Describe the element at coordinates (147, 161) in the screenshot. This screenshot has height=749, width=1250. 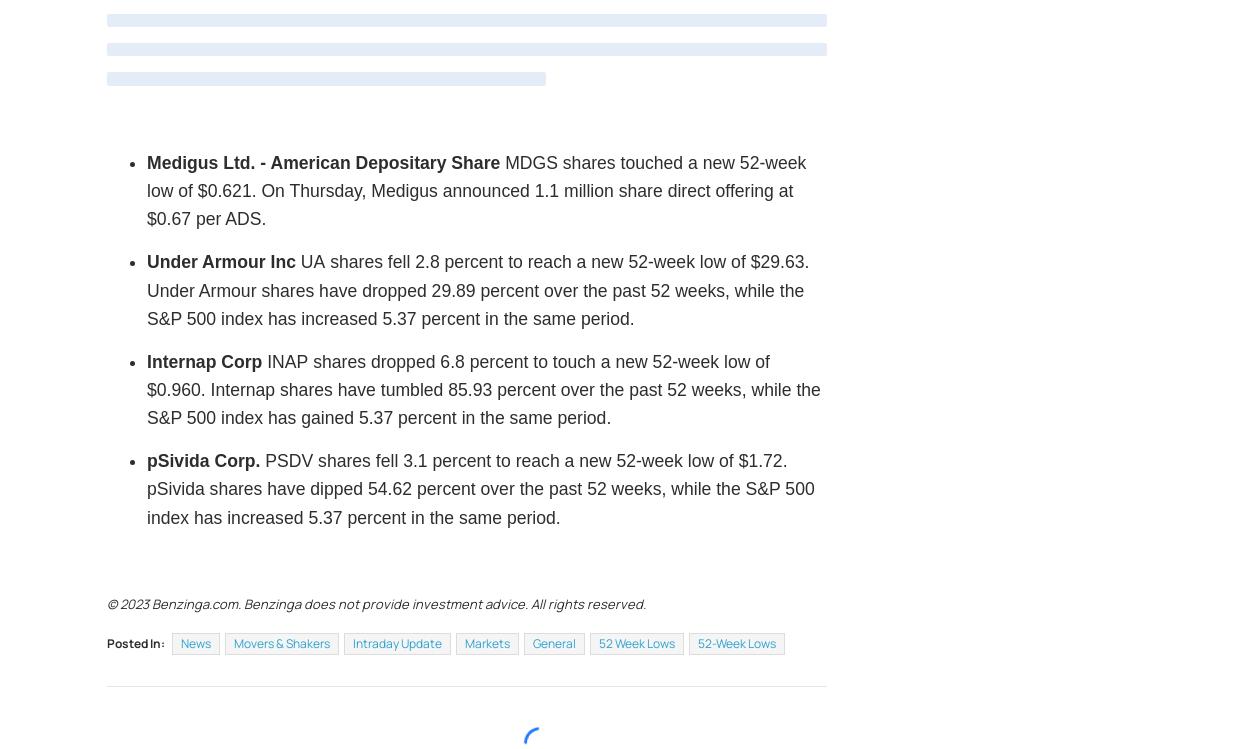
I see `'Medigus Ltd. - American Depositary Share'` at that location.